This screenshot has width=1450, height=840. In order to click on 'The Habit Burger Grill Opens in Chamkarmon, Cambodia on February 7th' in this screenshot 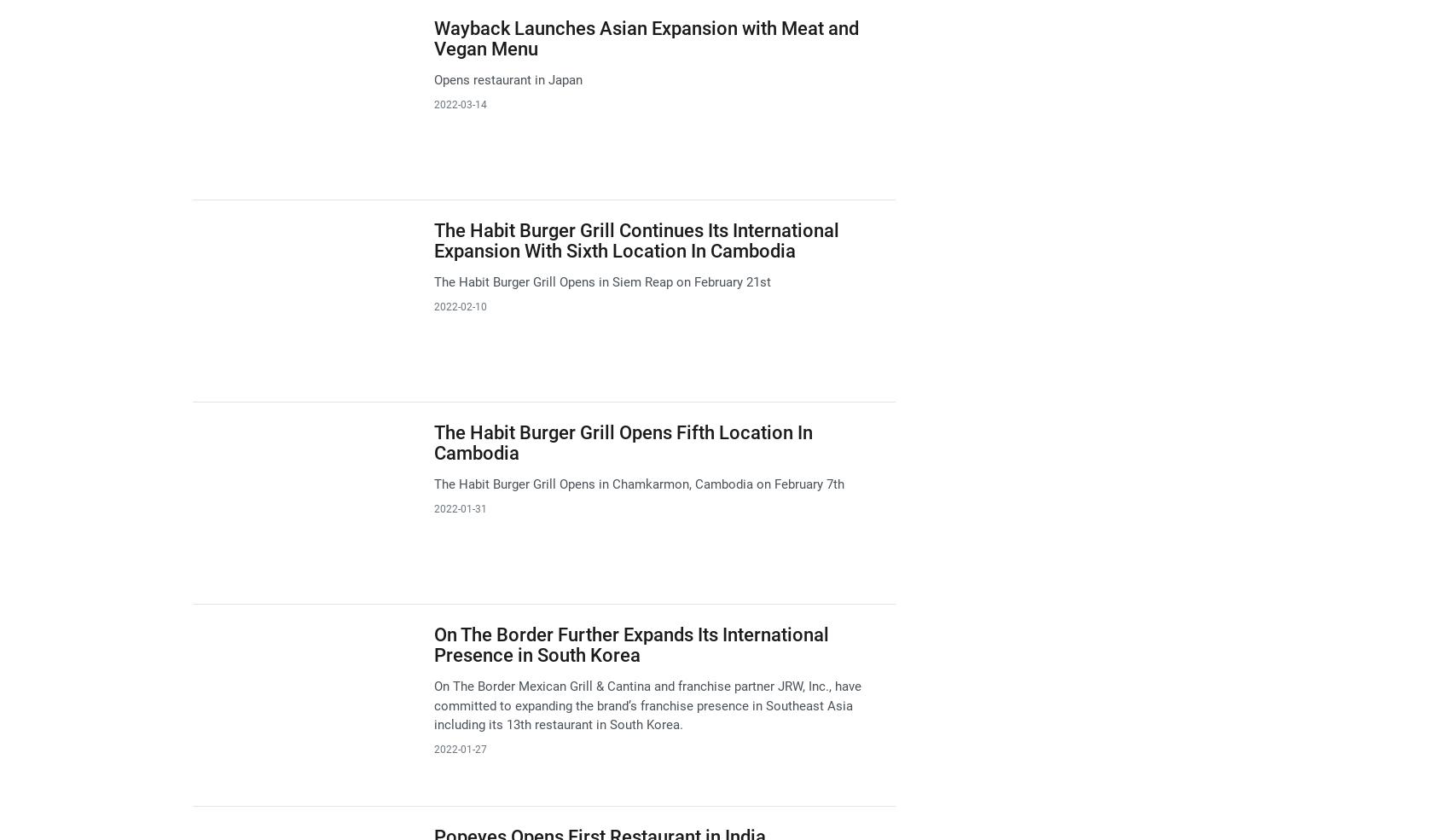, I will do `click(637, 484)`.